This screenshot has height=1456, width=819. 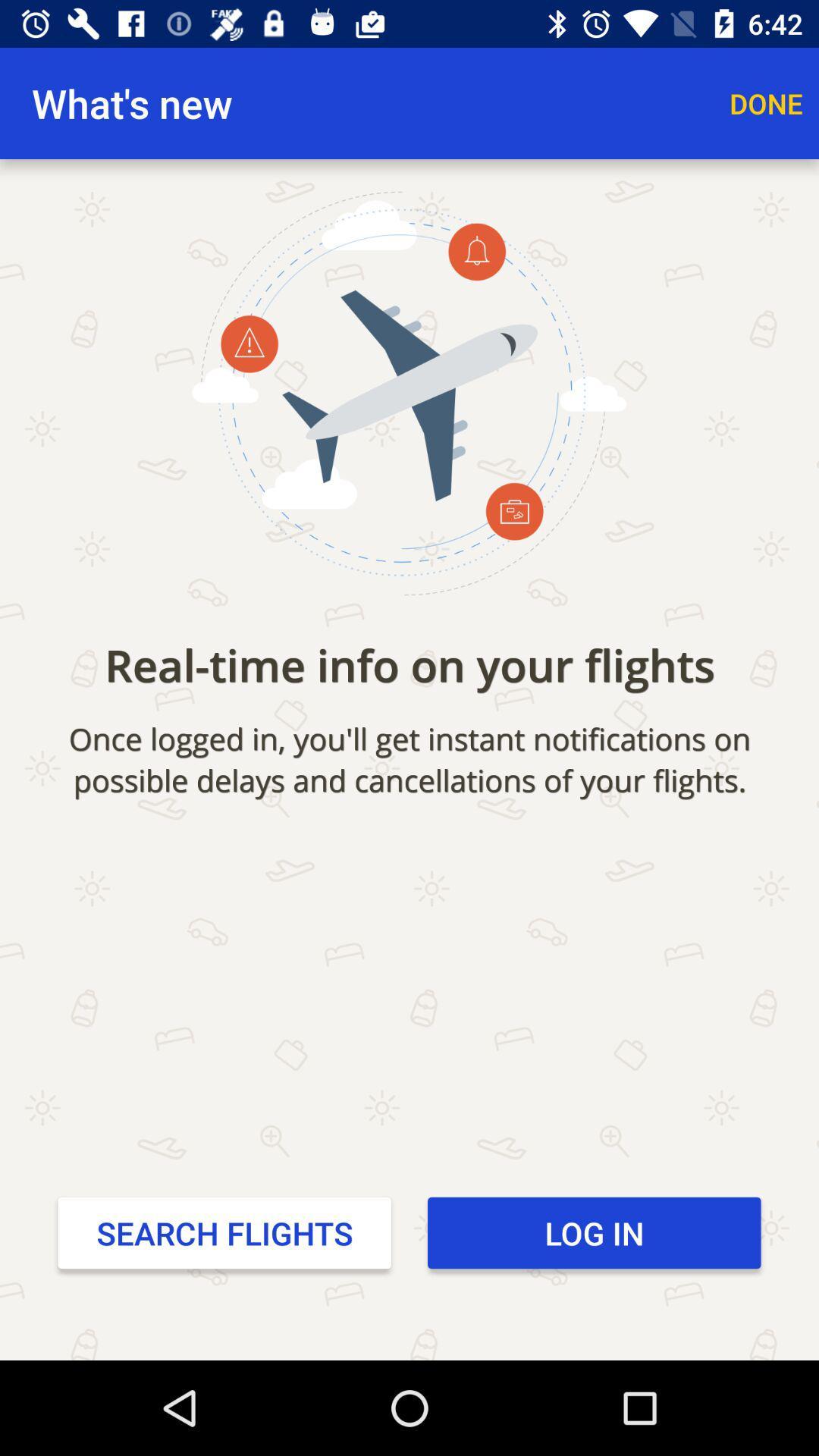 I want to click on the done icon, so click(x=766, y=102).